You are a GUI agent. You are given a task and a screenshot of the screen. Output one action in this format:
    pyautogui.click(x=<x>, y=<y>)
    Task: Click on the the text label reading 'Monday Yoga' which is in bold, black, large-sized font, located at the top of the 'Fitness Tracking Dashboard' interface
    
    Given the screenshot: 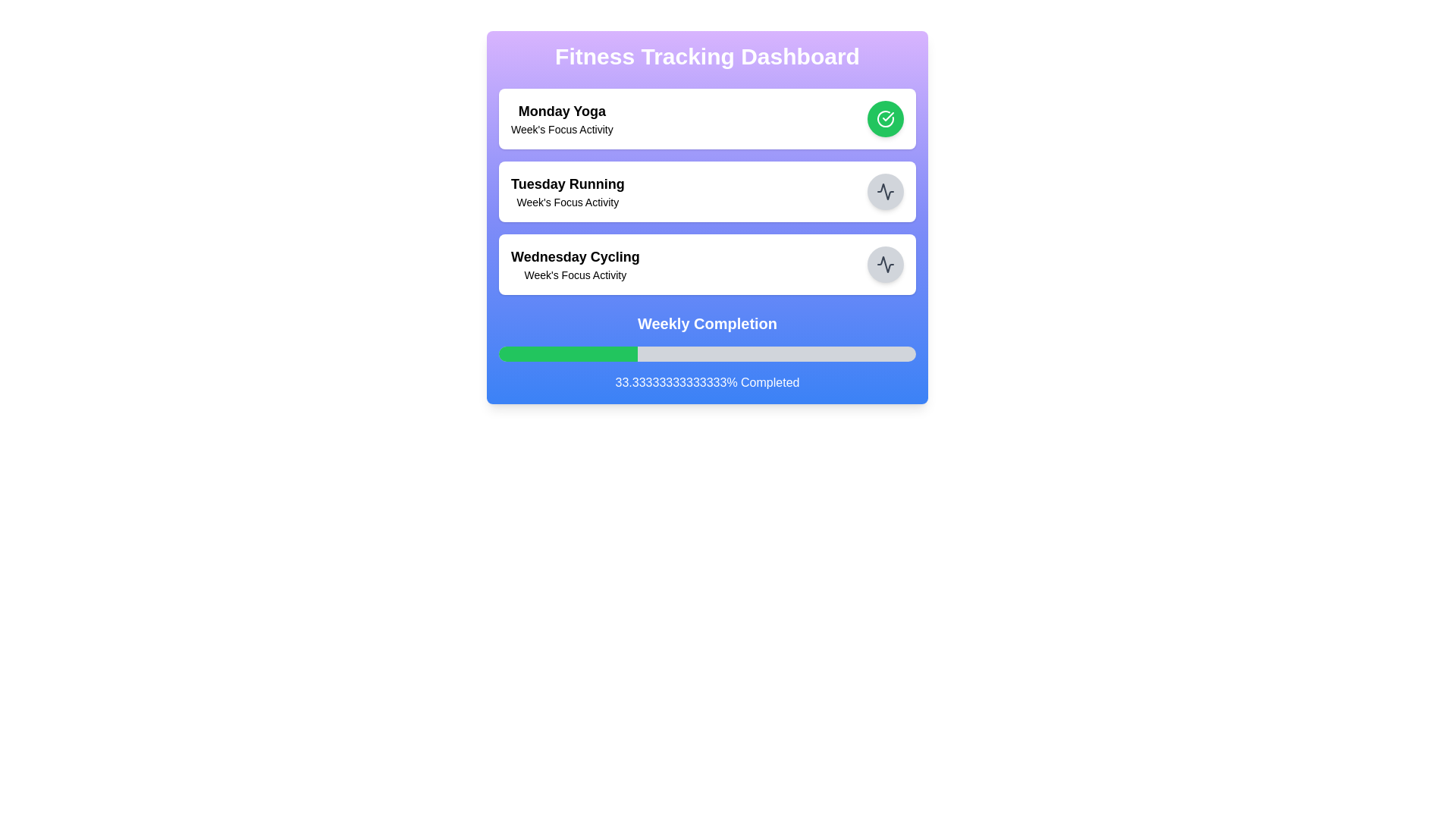 What is the action you would take?
    pyautogui.click(x=561, y=110)
    